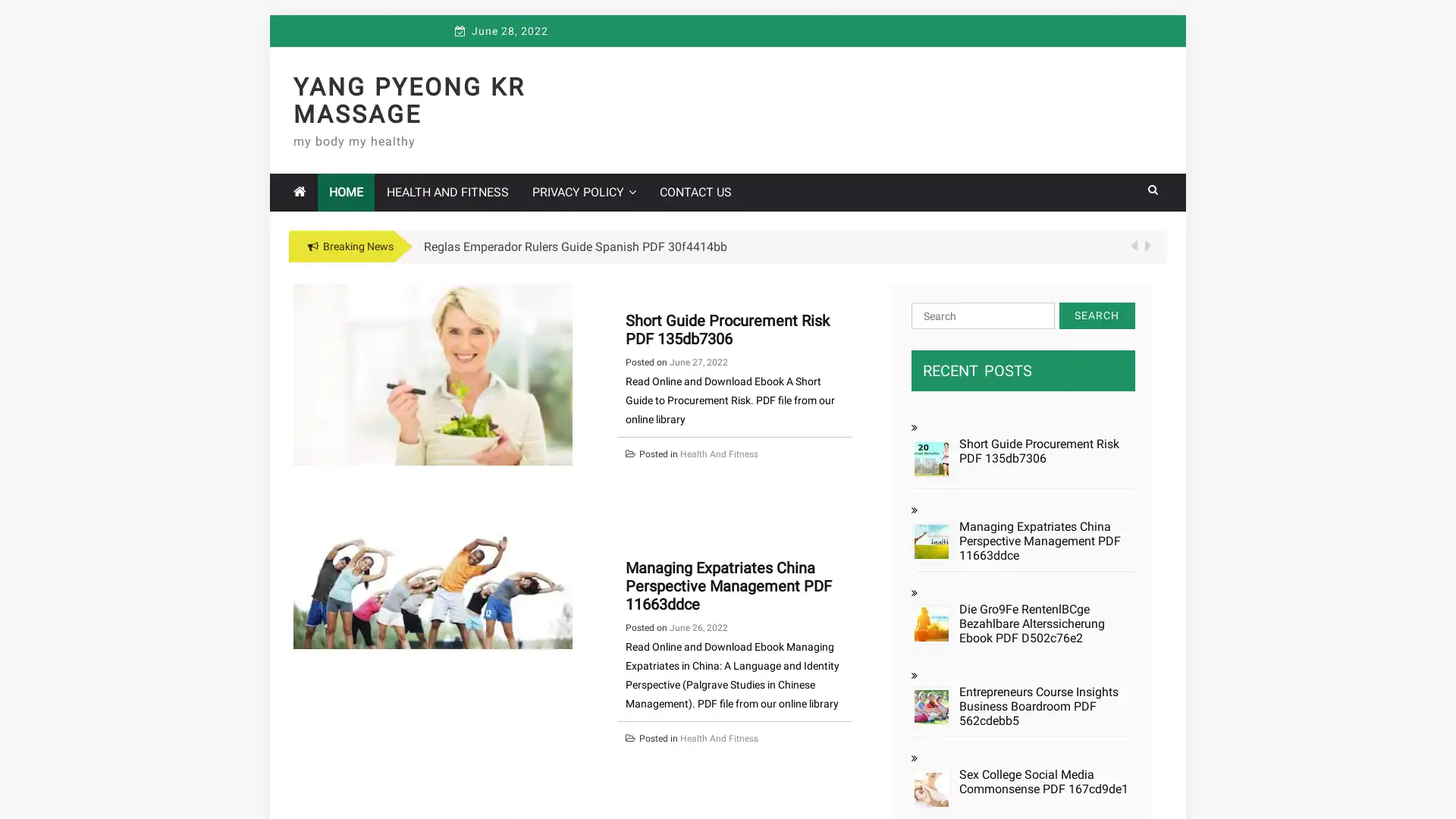 The height and width of the screenshot is (819, 1456). What do you see at coordinates (1096, 315) in the screenshot?
I see `Search` at bounding box center [1096, 315].